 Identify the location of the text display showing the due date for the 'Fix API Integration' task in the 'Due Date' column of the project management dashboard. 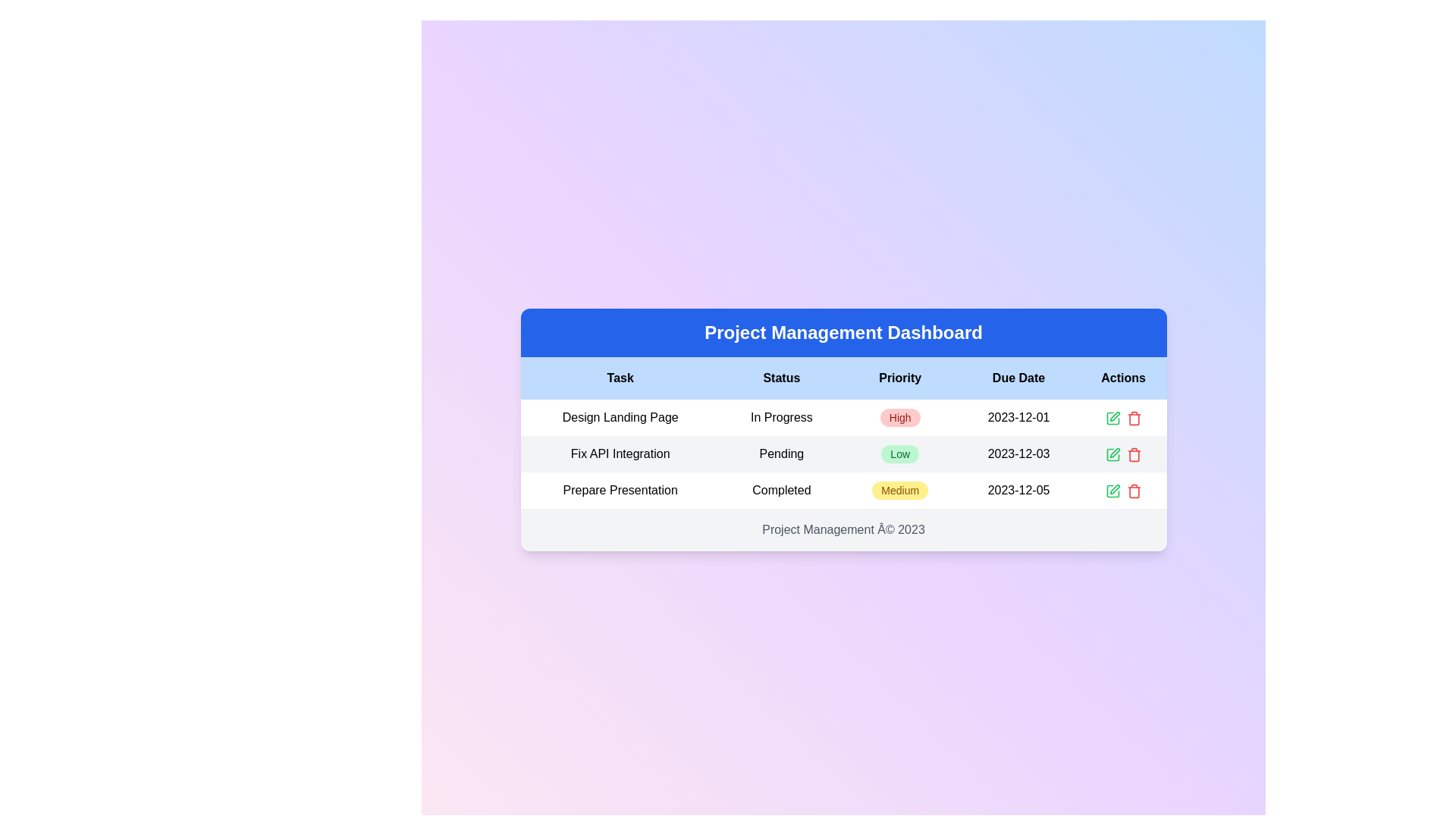
(1018, 453).